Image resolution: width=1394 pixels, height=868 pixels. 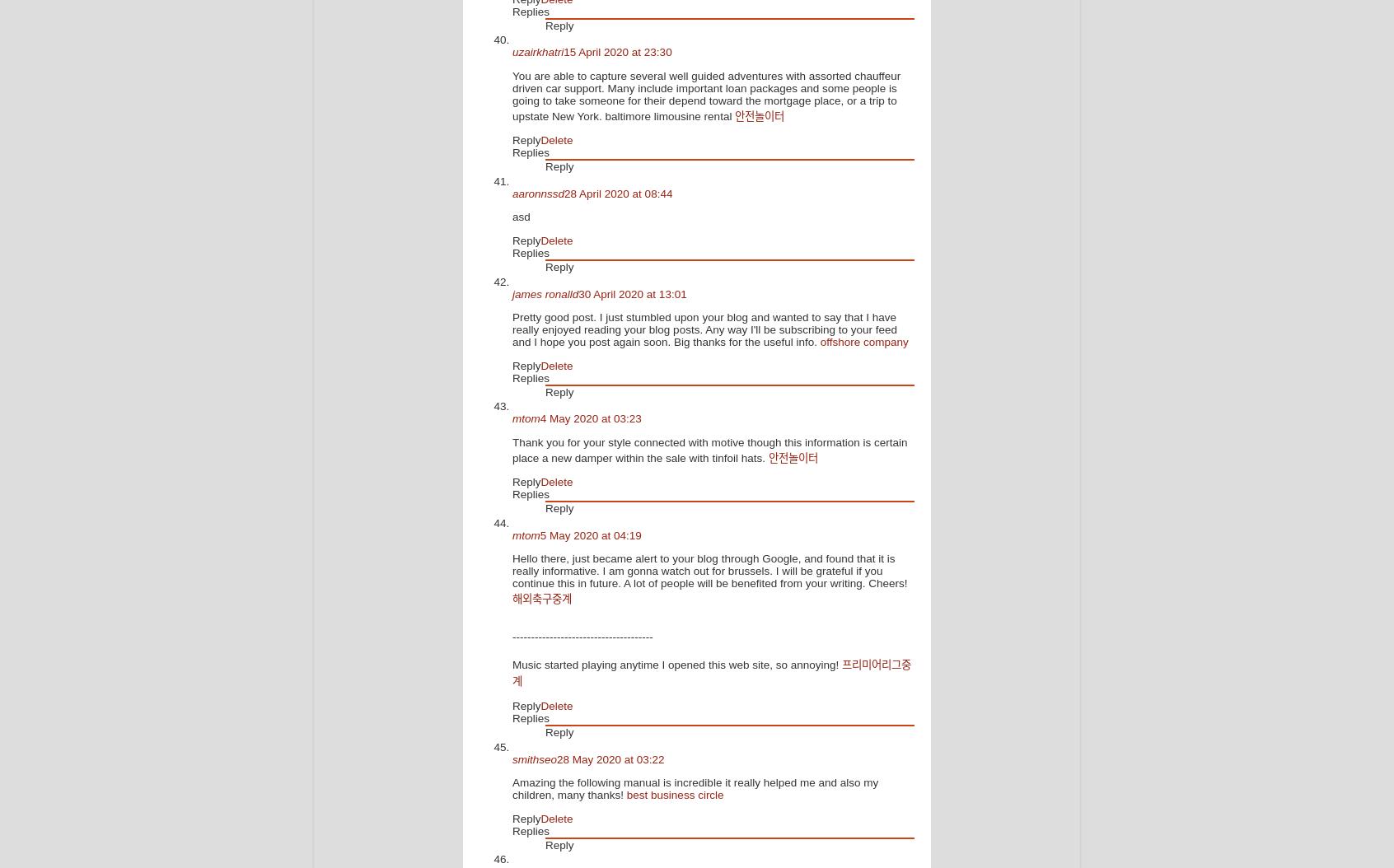 I want to click on 'Pretty good post. I just stumbled upon your blog and wanted to say that I have really enjoyed reading your blog posts. Any way I'll be subscribing to your feed and I hope you post again soon. Big thanks for the useful info.', so click(x=704, y=329).